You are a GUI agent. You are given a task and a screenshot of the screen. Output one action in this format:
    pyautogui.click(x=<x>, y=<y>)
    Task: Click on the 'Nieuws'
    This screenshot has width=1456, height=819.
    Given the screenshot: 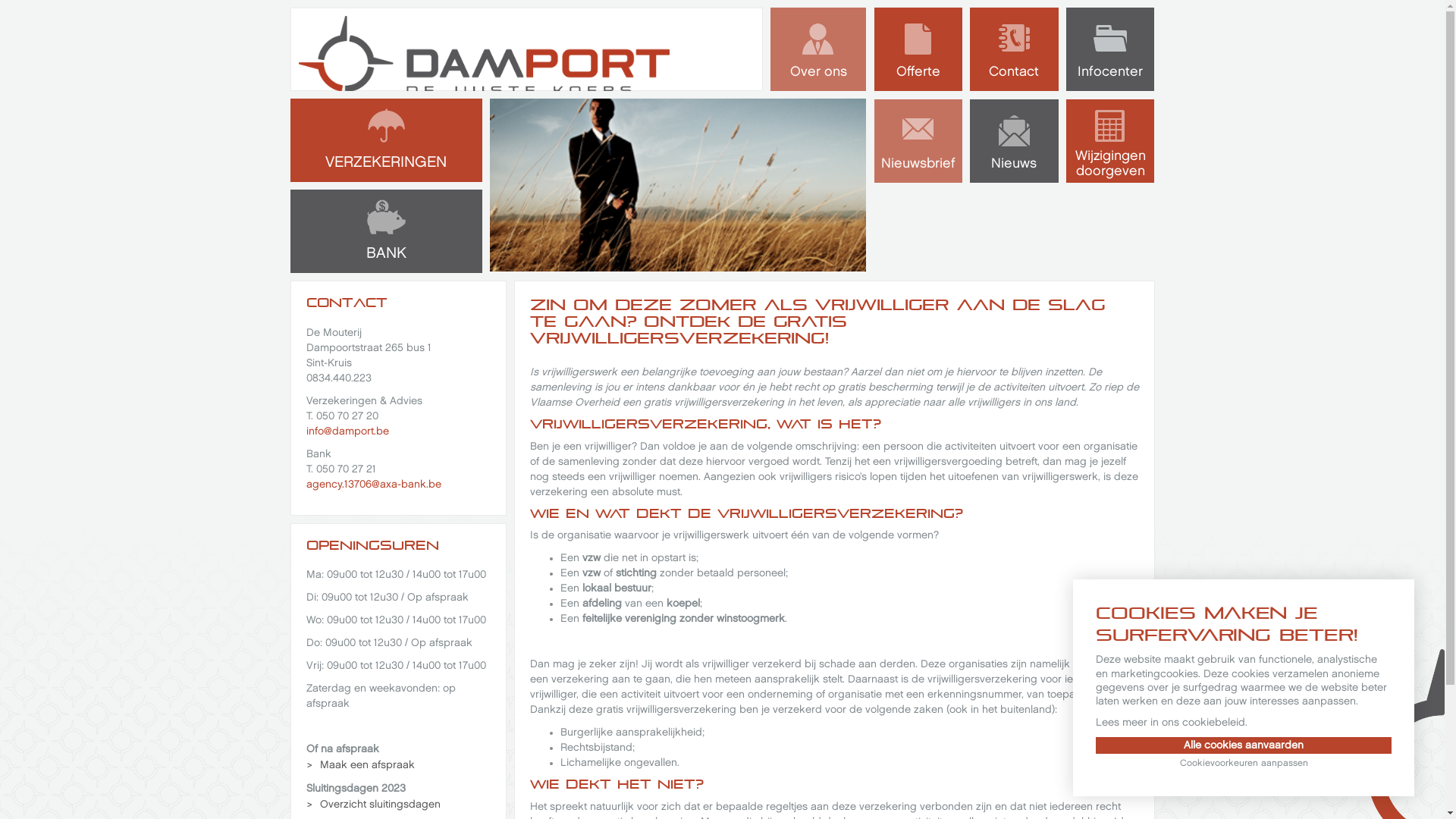 What is the action you would take?
    pyautogui.click(x=1014, y=140)
    